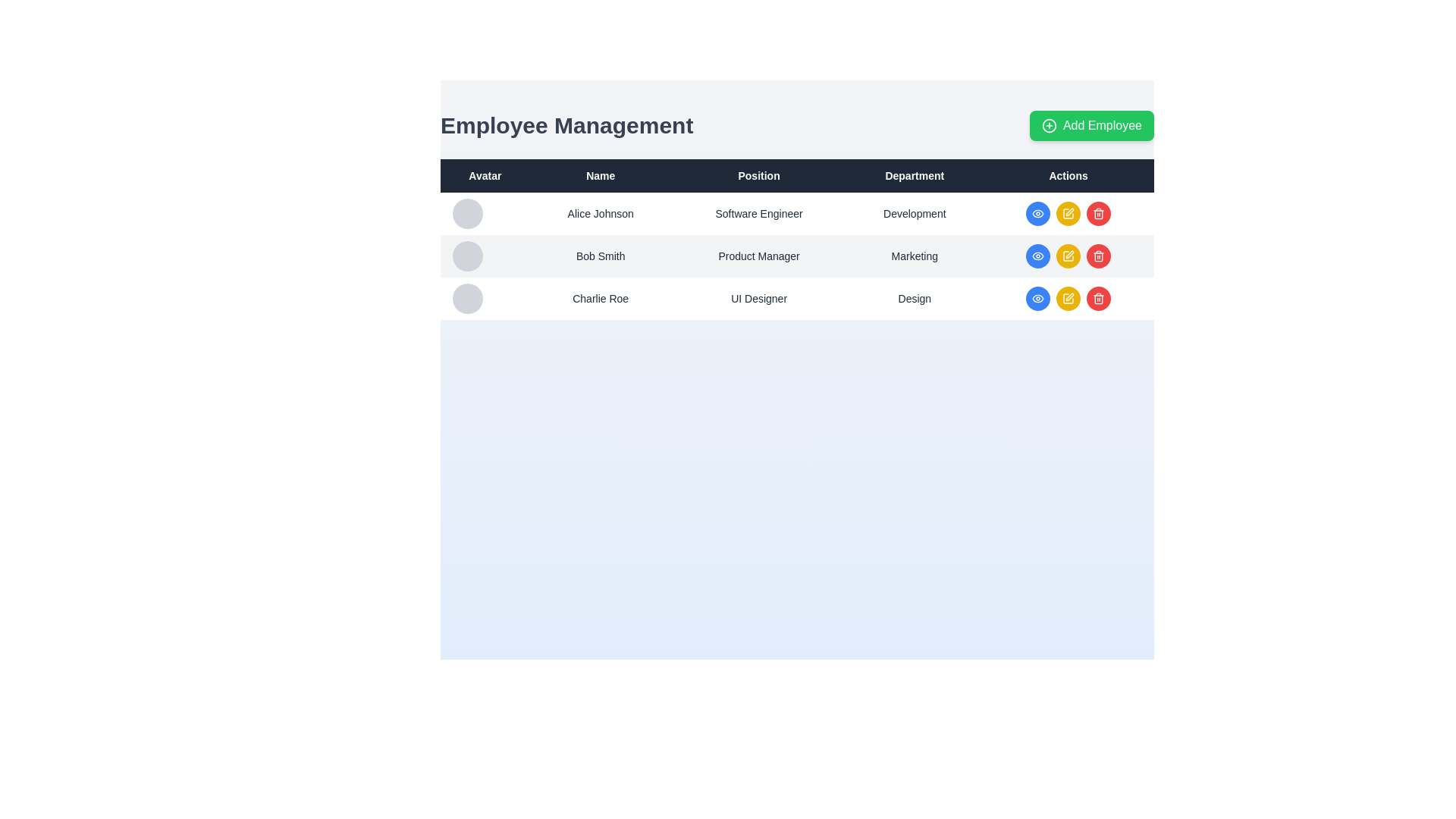  What do you see at coordinates (796, 213) in the screenshot?
I see `the first row` at bounding box center [796, 213].